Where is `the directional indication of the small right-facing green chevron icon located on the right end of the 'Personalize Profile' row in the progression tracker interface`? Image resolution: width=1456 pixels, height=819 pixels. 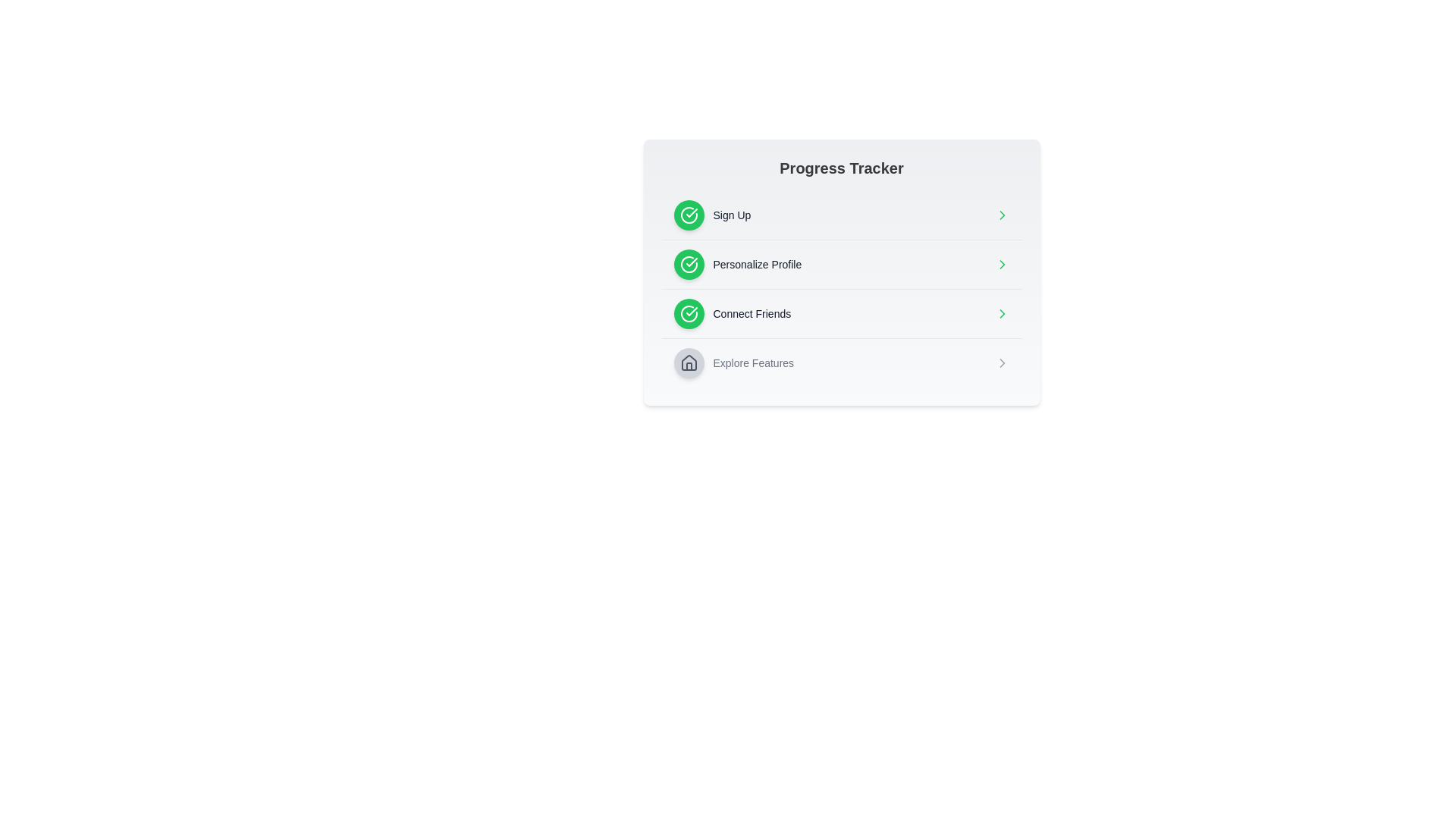 the directional indication of the small right-facing green chevron icon located on the right end of the 'Personalize Profile' row in the progression tracker interface is located at coordinates (1002, 263).